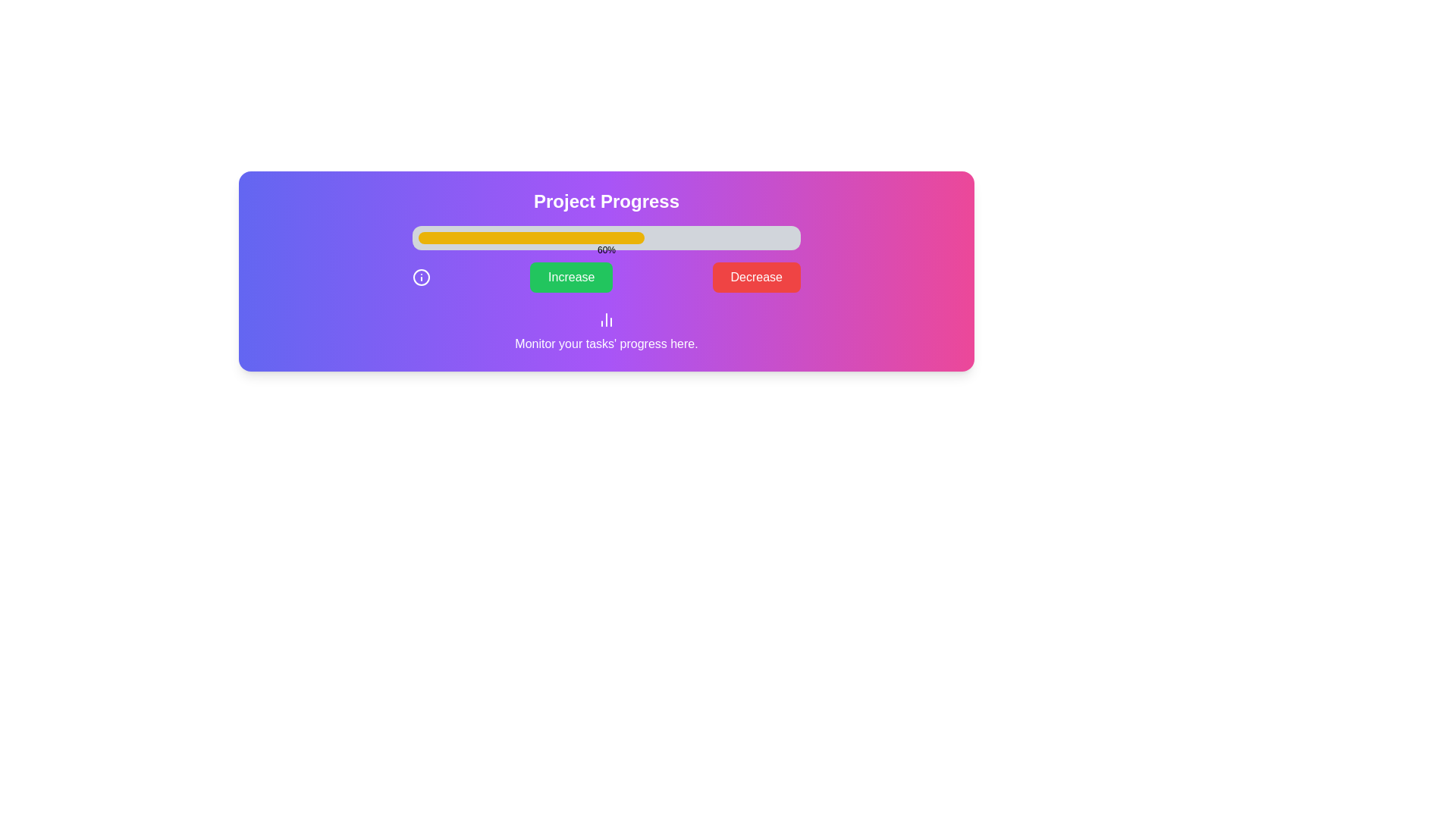 Image resolution: width=1456 pixels, height=819 pixels. What do you see at coordinates (607, 331) in the screenshot?
I see `the text label that displays 'Monitor your tasks' progress here.' which is located below the progress bar and buttons labeled 'Increase' and 'Decrease' in the 'Project Progress' section` at bounding box center [607, 331].